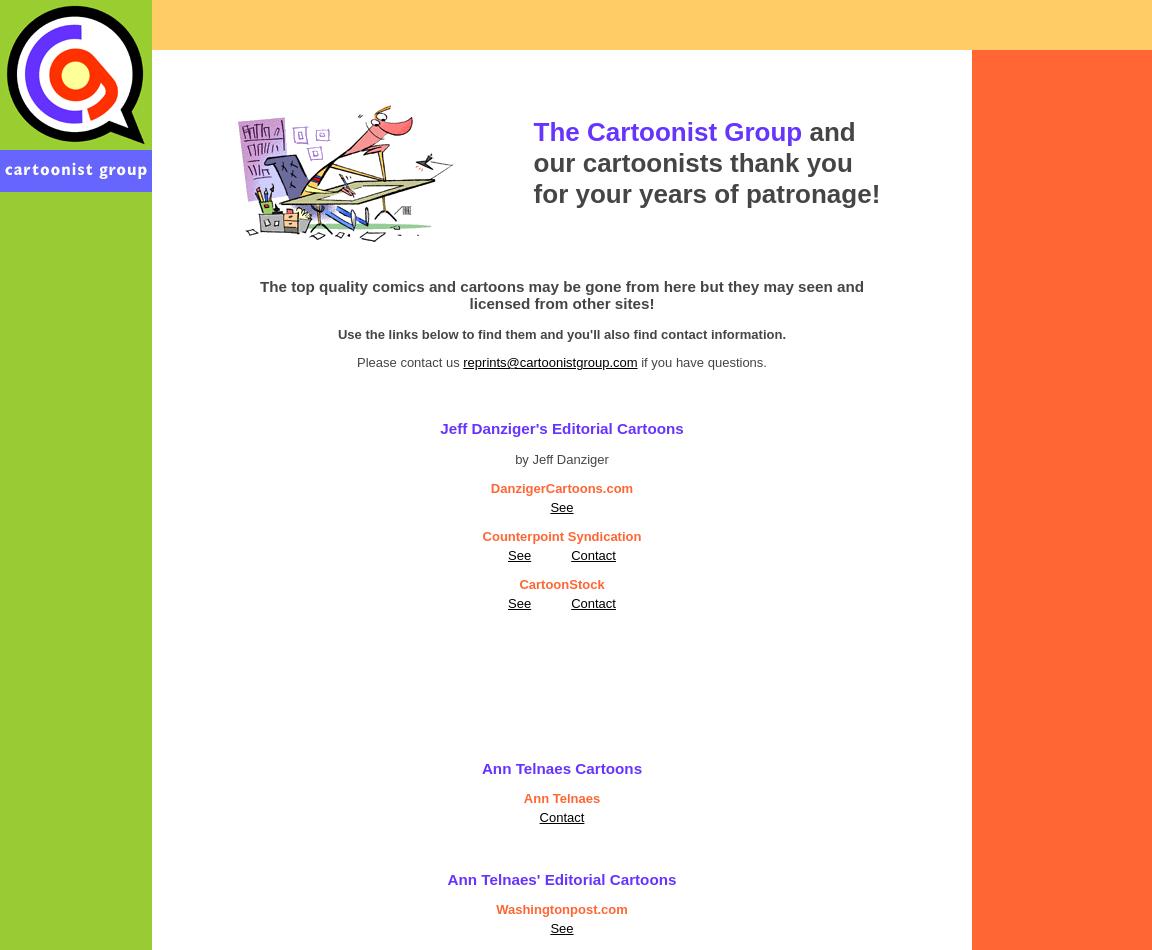  What do you see at coordinates (561, 767) in the screenshot?
I see `'Ann Telnaes Cartoons'` at bounding box center [561, 767].